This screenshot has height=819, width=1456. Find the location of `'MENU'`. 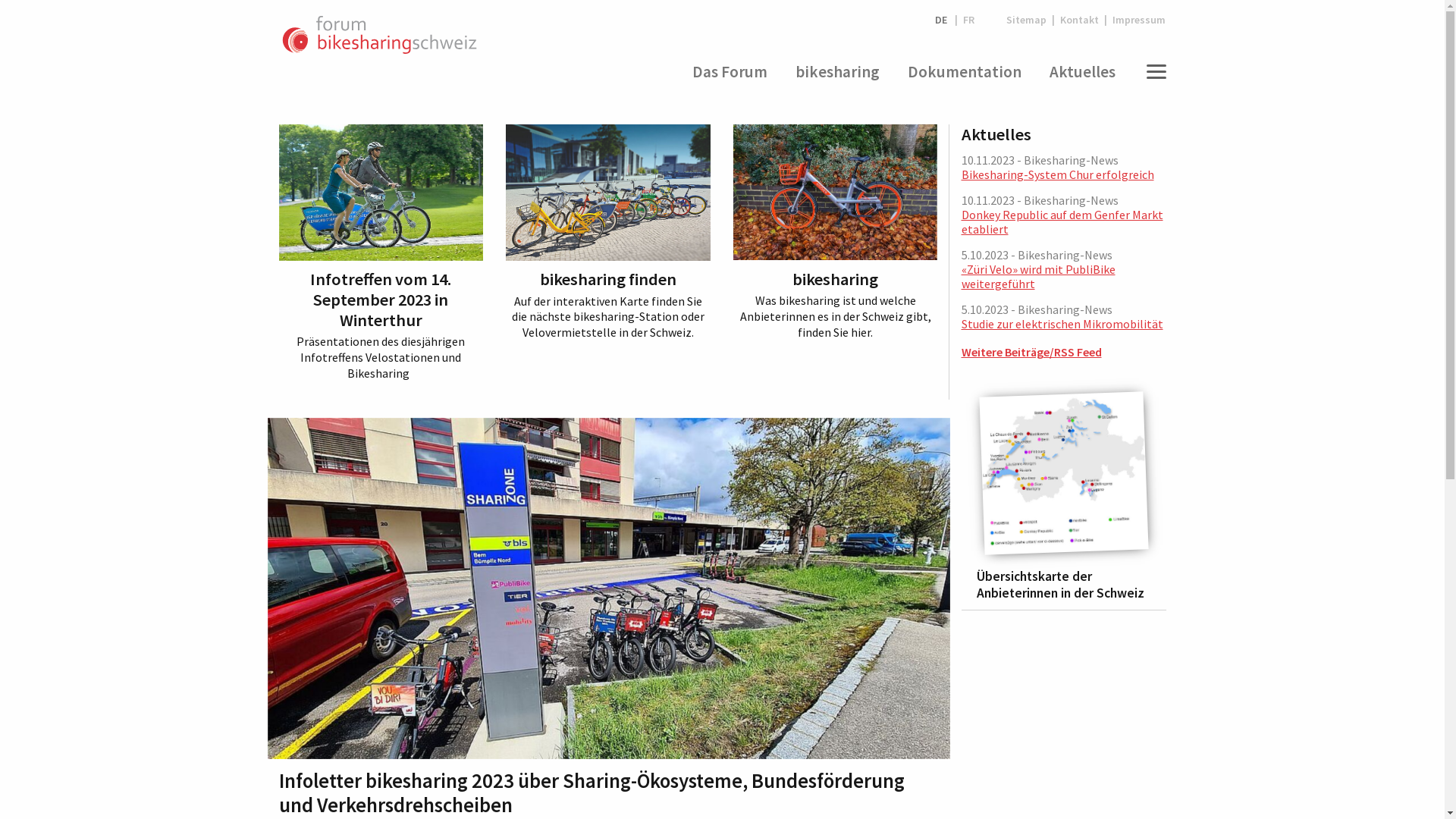

'MENU' is located at coordinates (1153, 72).